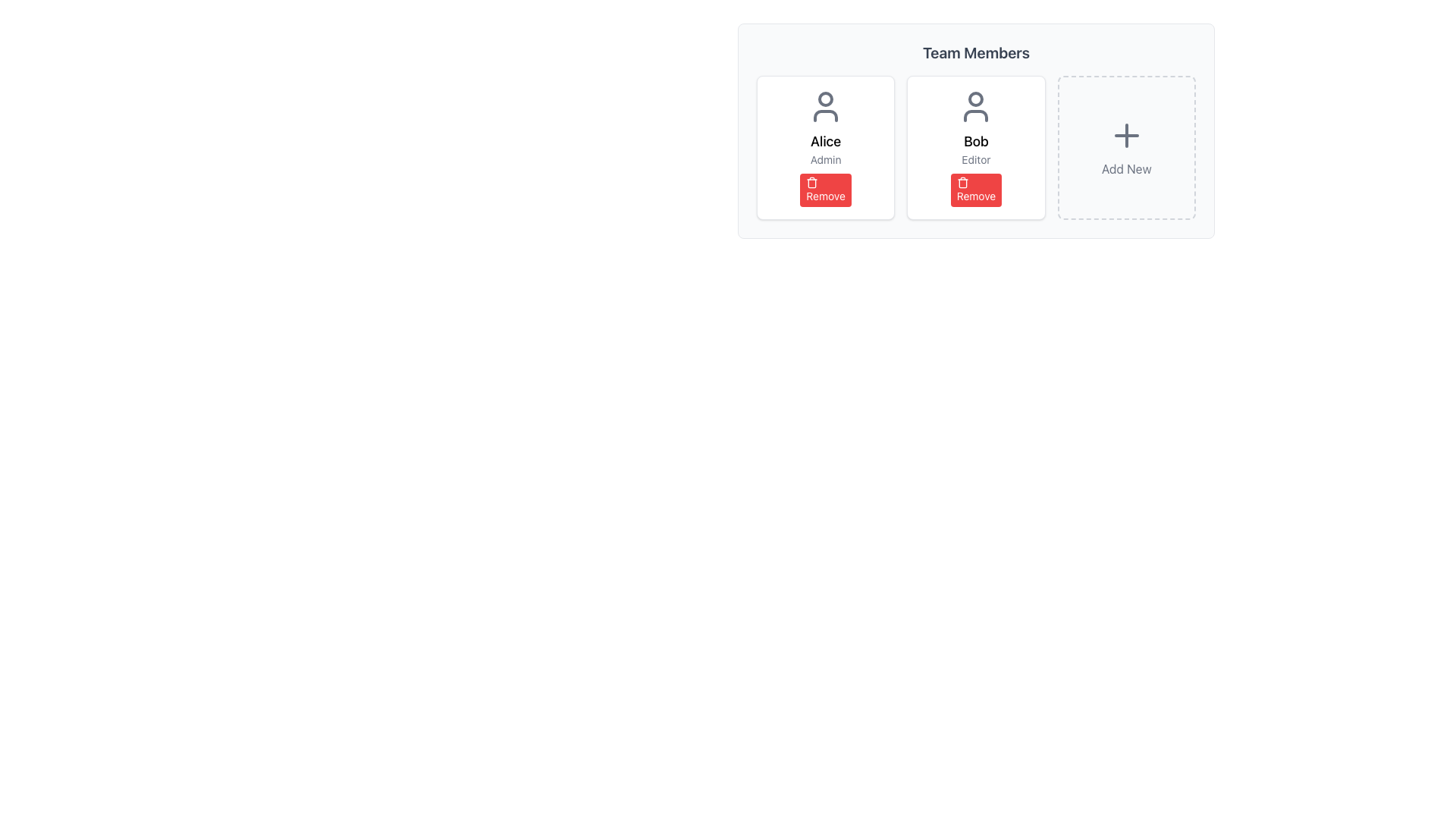 This screenshot has width=1456, height=819. I want to click on the 'Add New' button icon, which represents the action of adding a new item, so click(1126, 134).